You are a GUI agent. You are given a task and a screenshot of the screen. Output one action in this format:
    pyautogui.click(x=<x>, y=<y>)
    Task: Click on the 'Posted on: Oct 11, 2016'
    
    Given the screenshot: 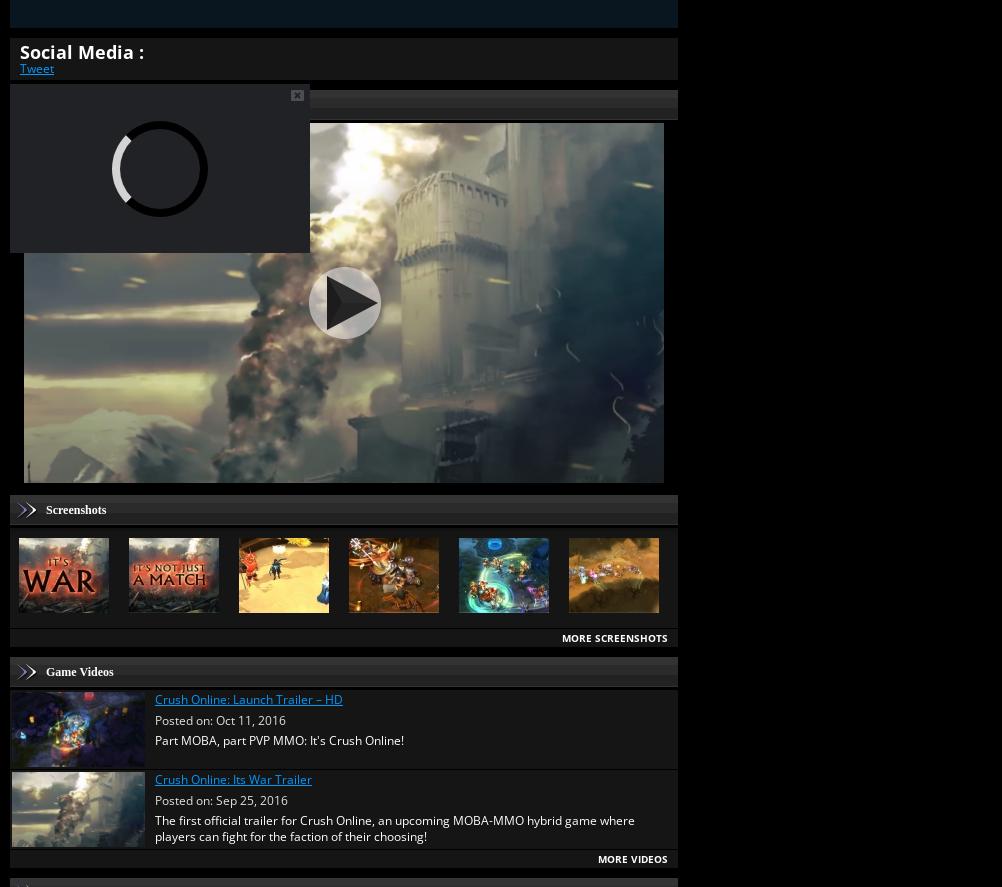 What is the action you would take?
    pyautogui.click(x=220, y=719)
    